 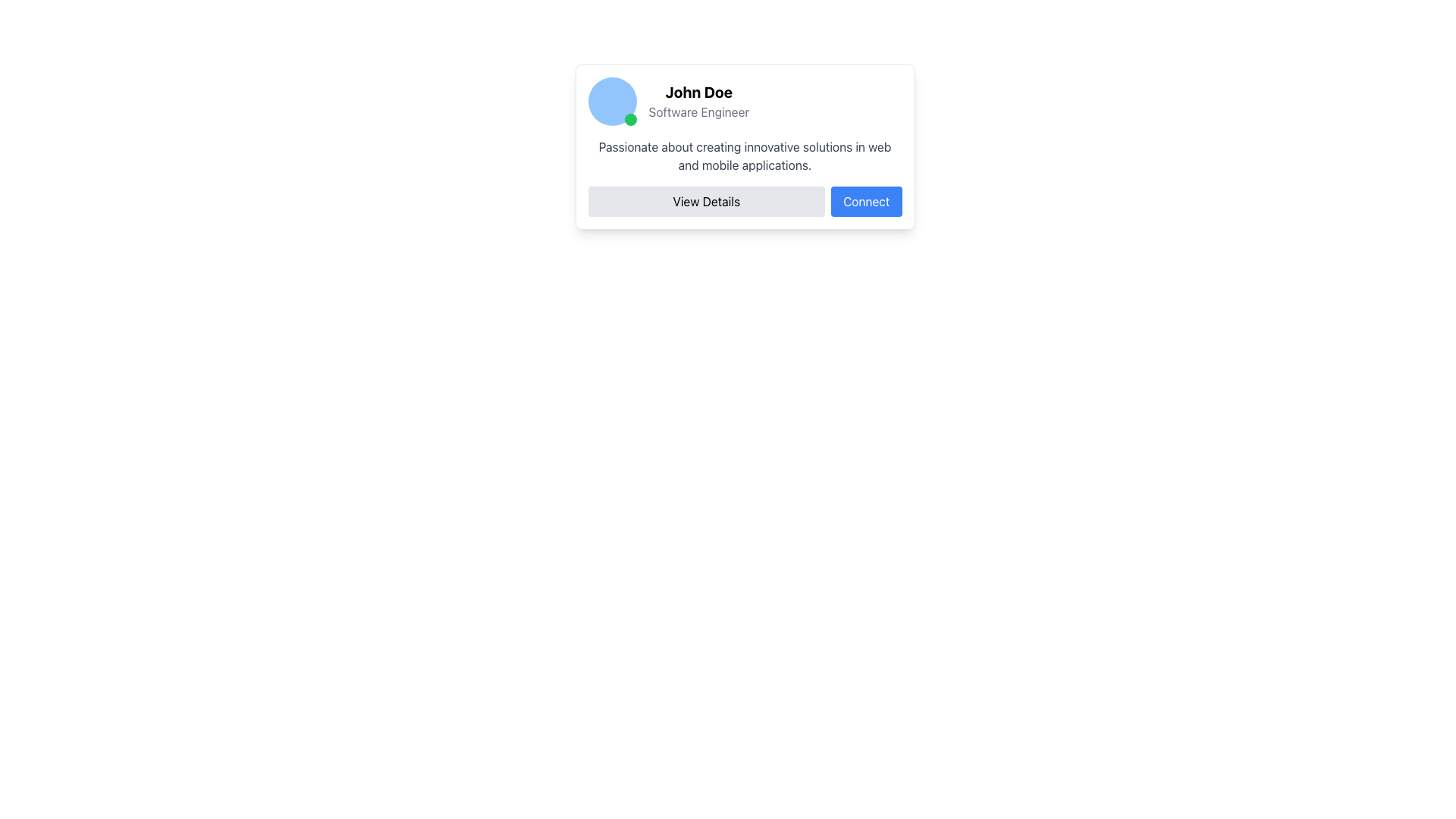 What do you see at coordinates (745, 155) in the screenshot?
I see `the text block that provides a descriptive insight or tagline about the person in the profile card, located beneath 'John Doe' and above the 'View Details' and 'Connect' buttons` at bounding box center [745, 155].